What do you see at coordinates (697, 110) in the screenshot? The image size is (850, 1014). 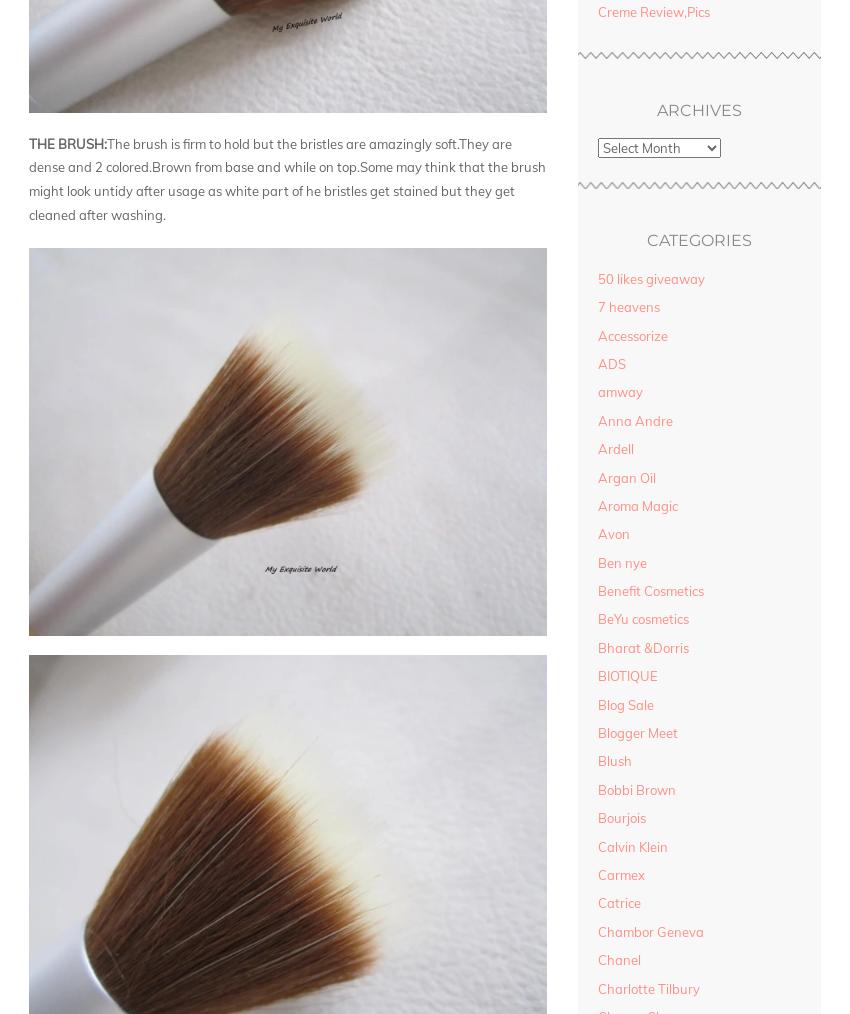 I see `'Archives'` at bounding box center [697, 110].